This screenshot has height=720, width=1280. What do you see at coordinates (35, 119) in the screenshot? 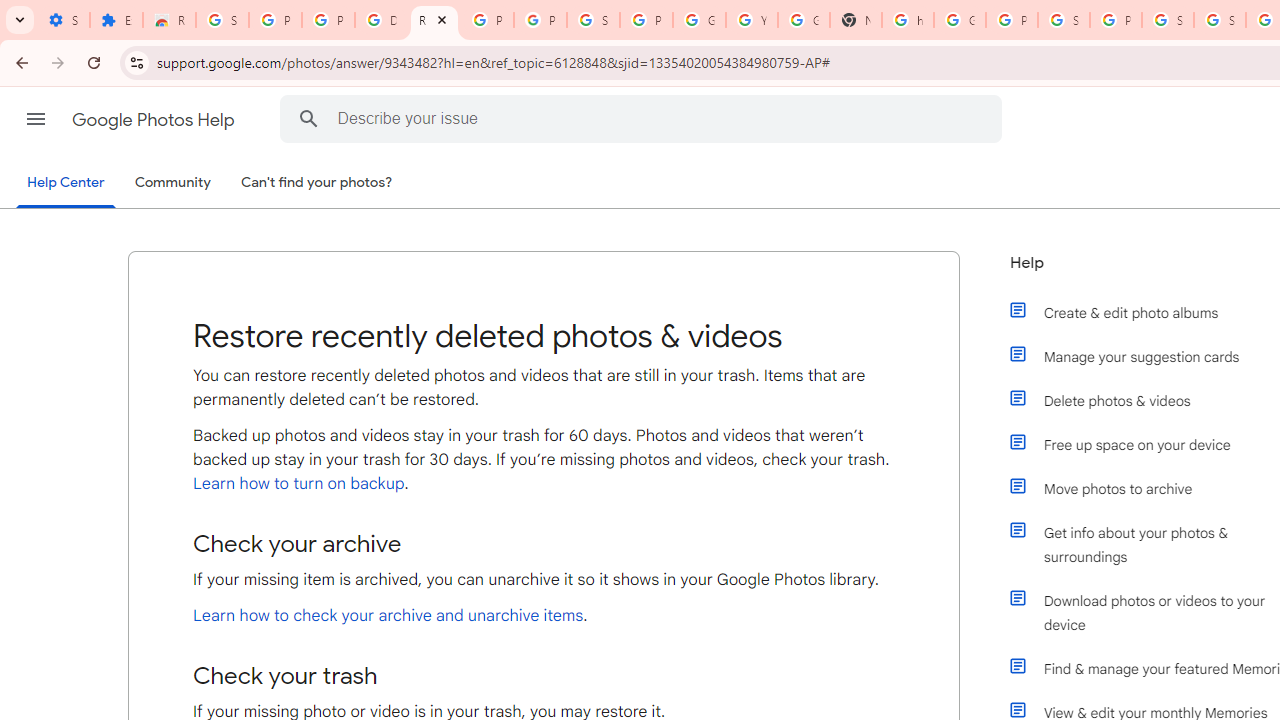
I see `'Main menu'` at bounding box center [35, 119].